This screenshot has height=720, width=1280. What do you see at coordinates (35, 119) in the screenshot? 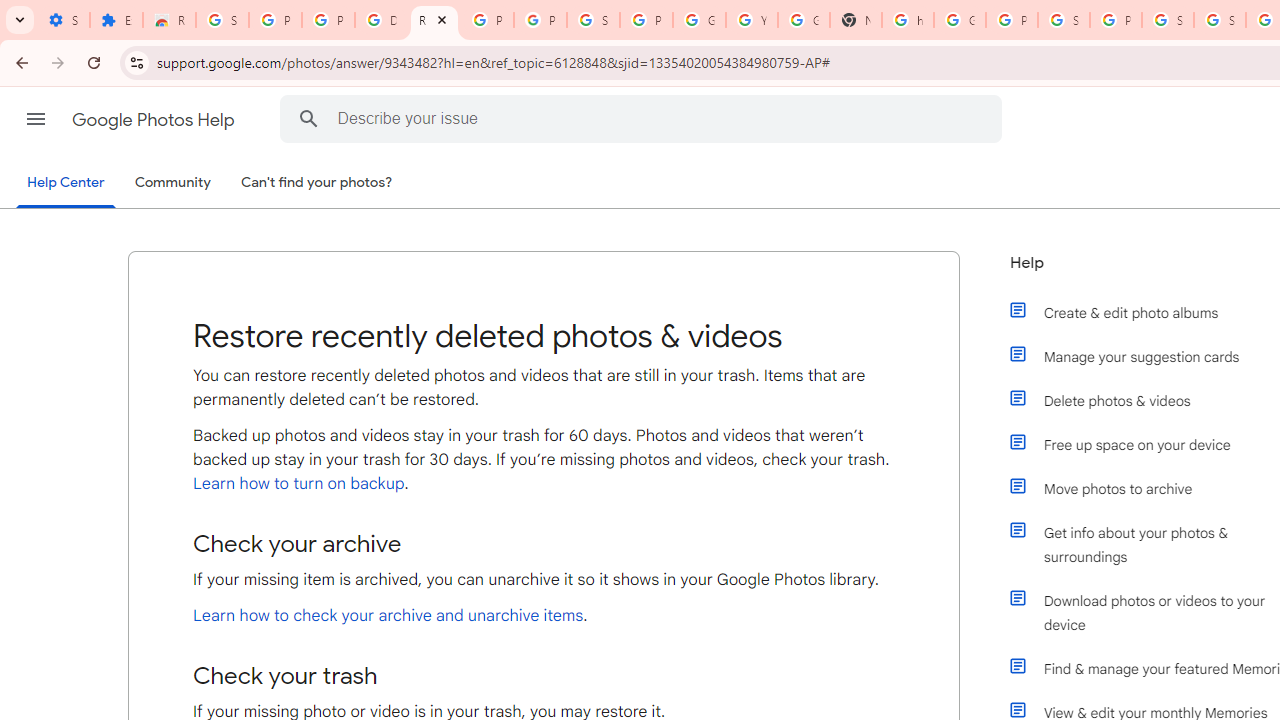
I see `'Main menu'` at bounding box center [35, 119].